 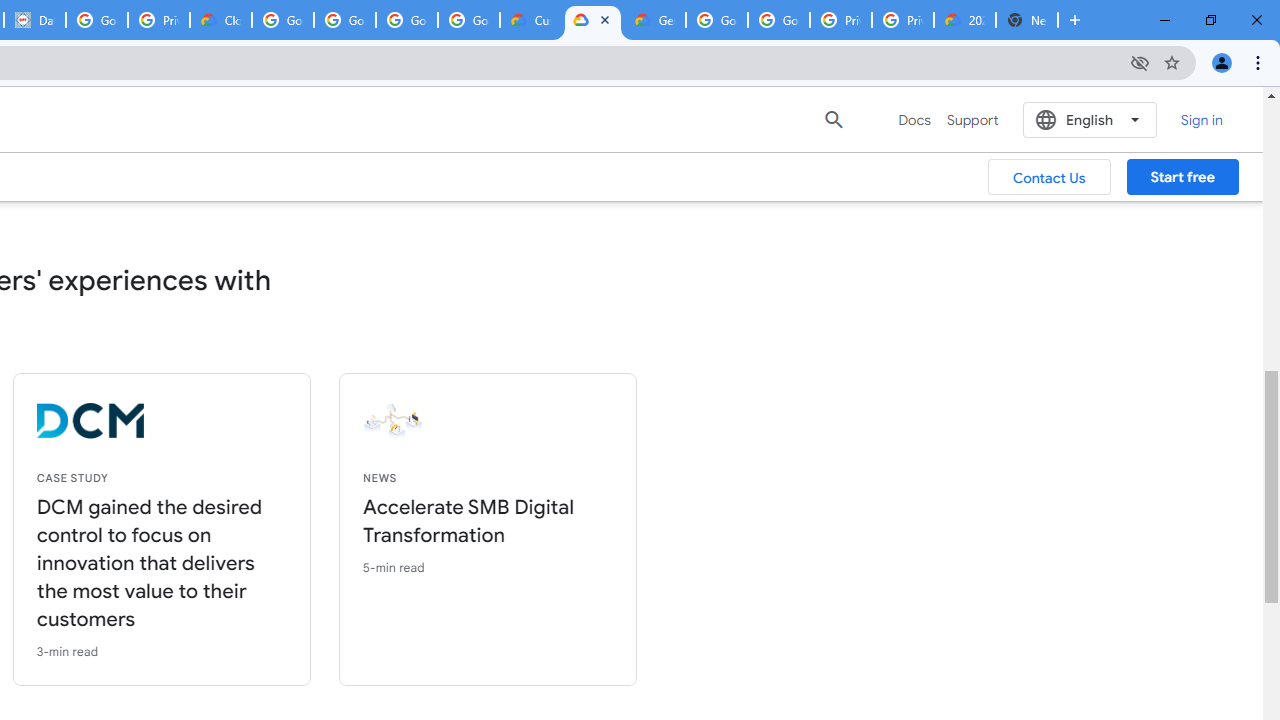 I want to click on 'Google Workspace - Specific Terms', so click(x=406, y=20).